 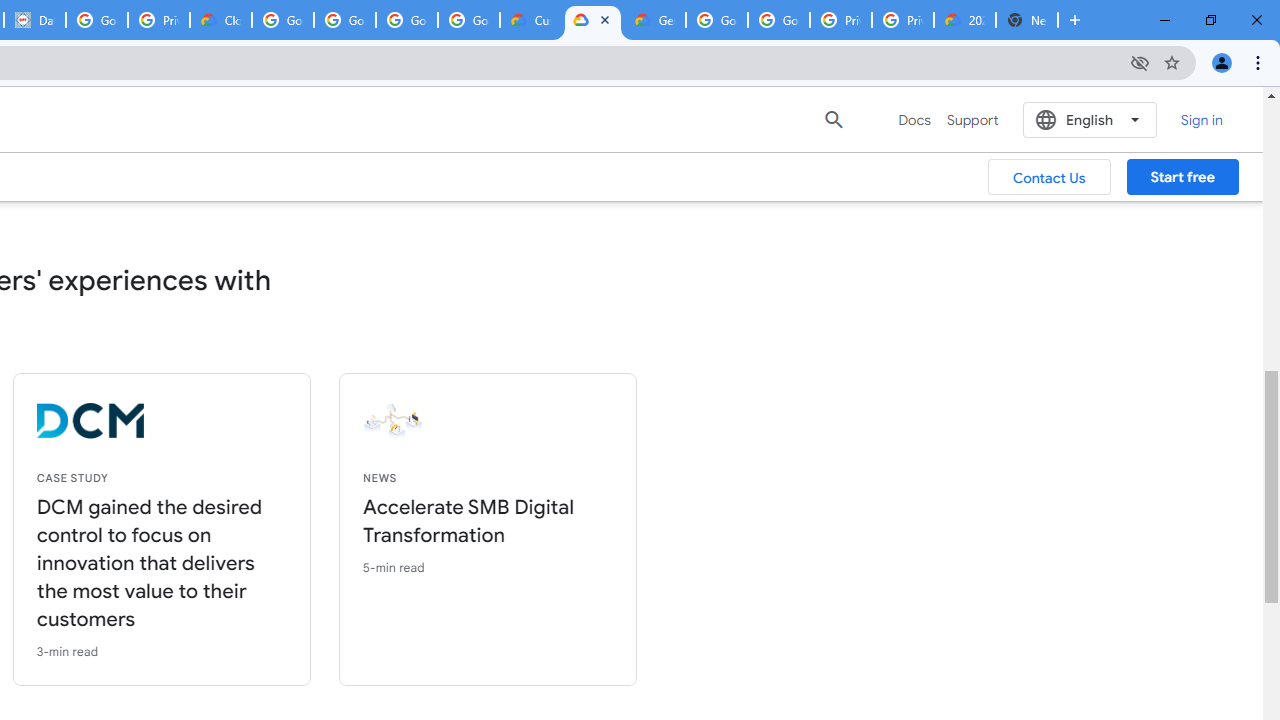 I want to click on 'Google Workspace - Specific Terms', so click(x=406, y=20).